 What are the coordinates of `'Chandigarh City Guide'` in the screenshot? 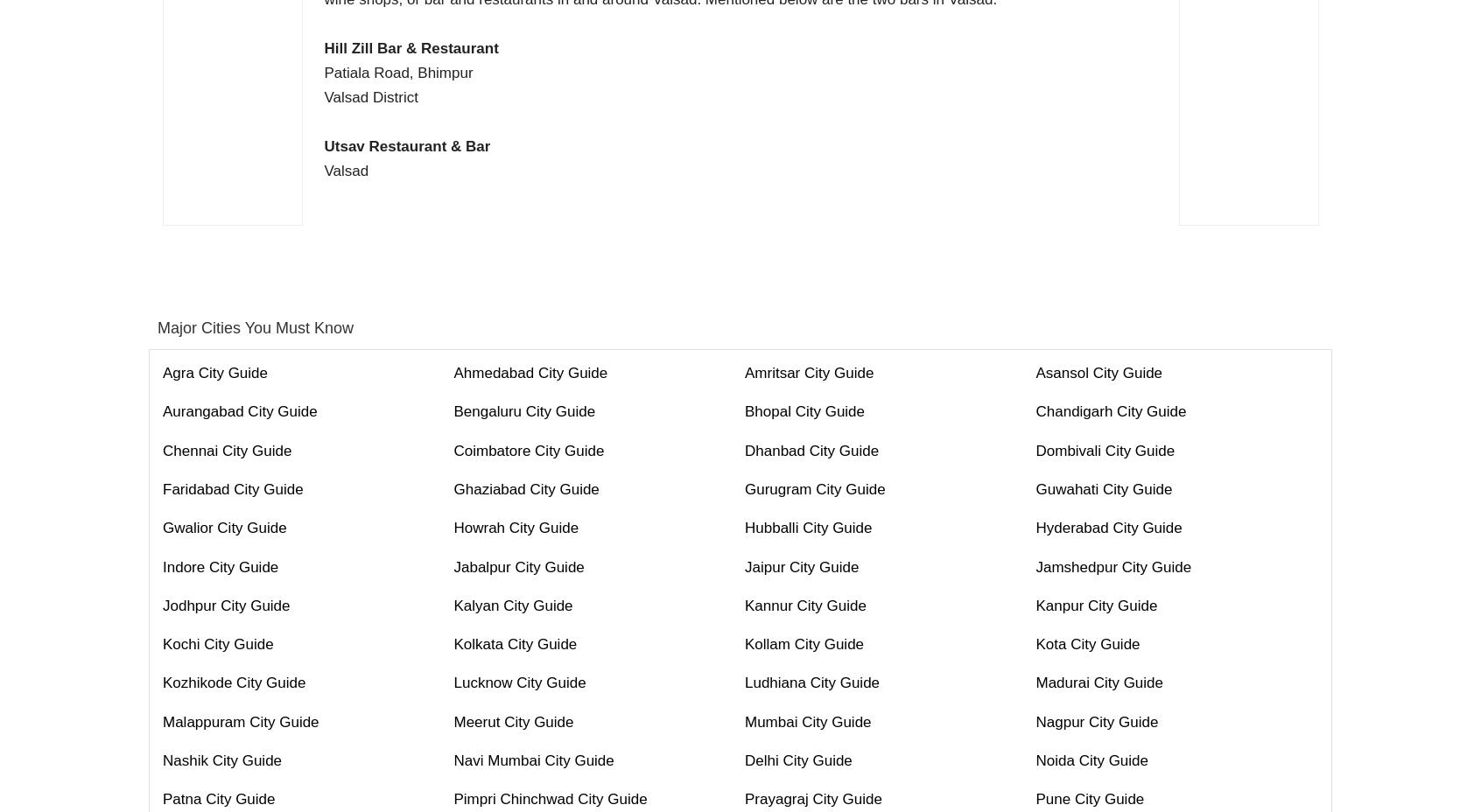 It's located at (1111, 410).